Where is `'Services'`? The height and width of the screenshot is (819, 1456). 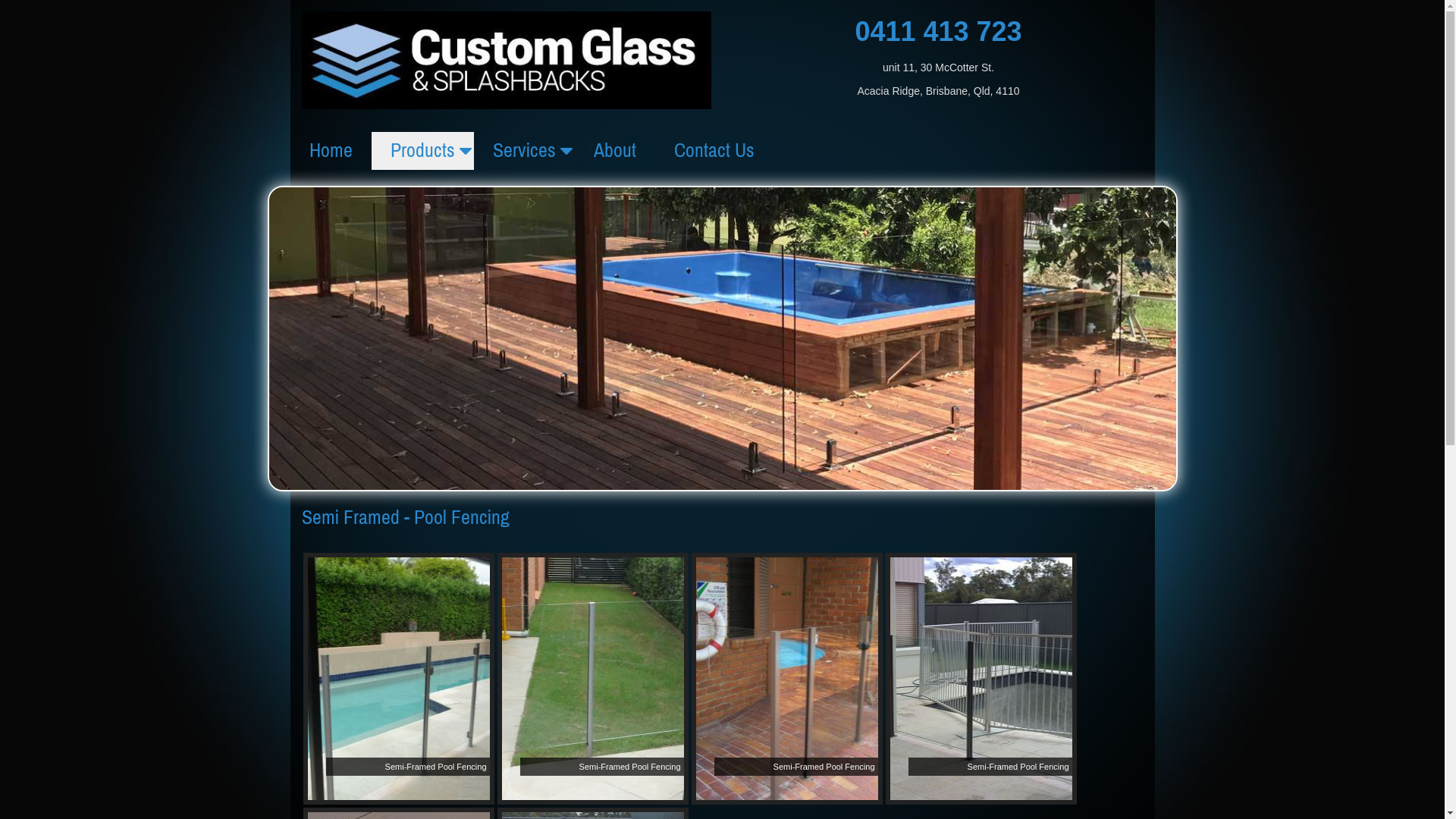
'Services' is located at coordinates (523, 151).